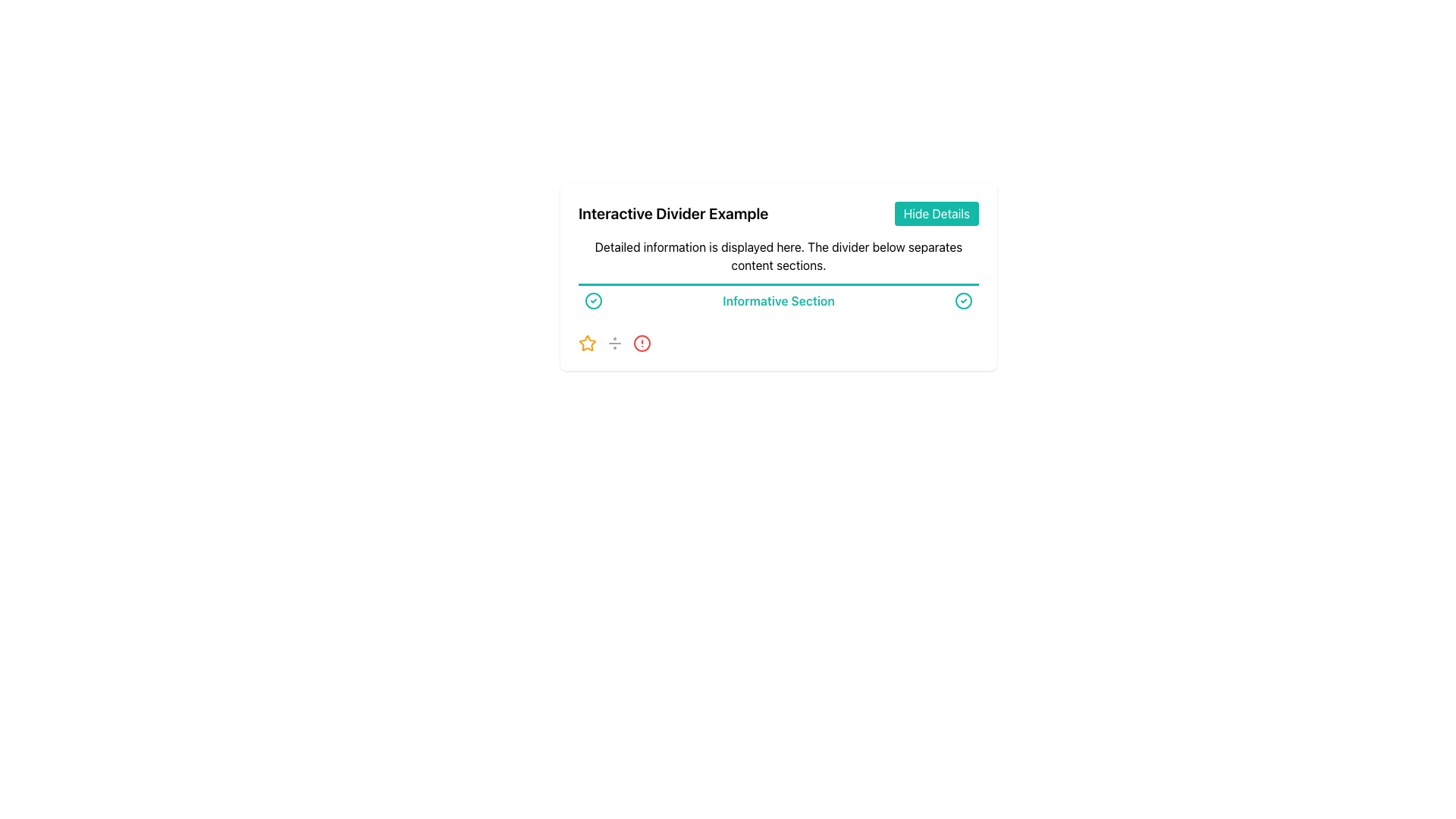  Describe the element at coordinates (586, 343) in the screenshot. I see `the five-pointed star icon outlined in orange, which is the first in a row of icons beneath the 'Informative Section' title` at that location.